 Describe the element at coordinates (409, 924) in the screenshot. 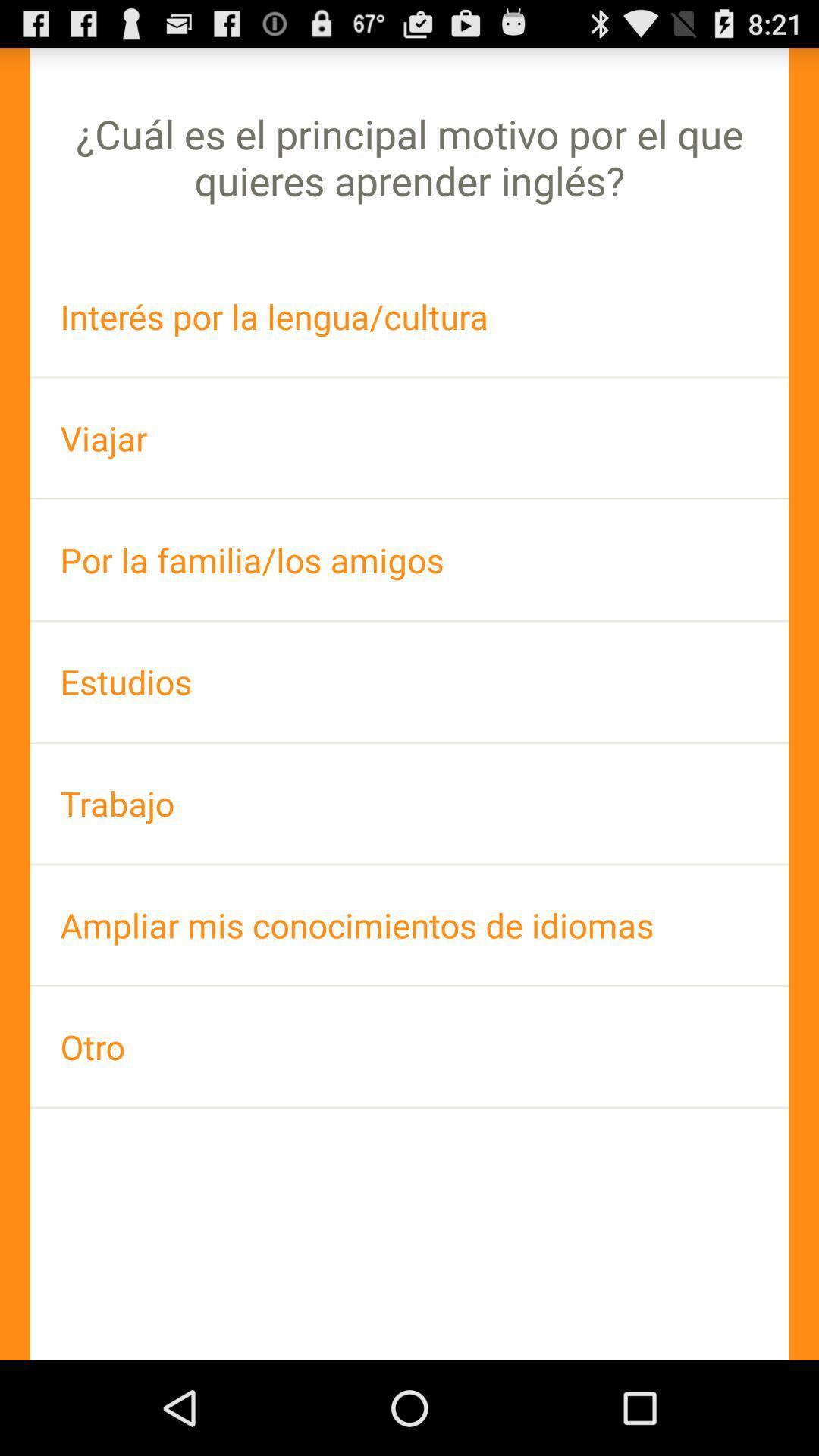

I see `icon below the trabajo app` at that location.